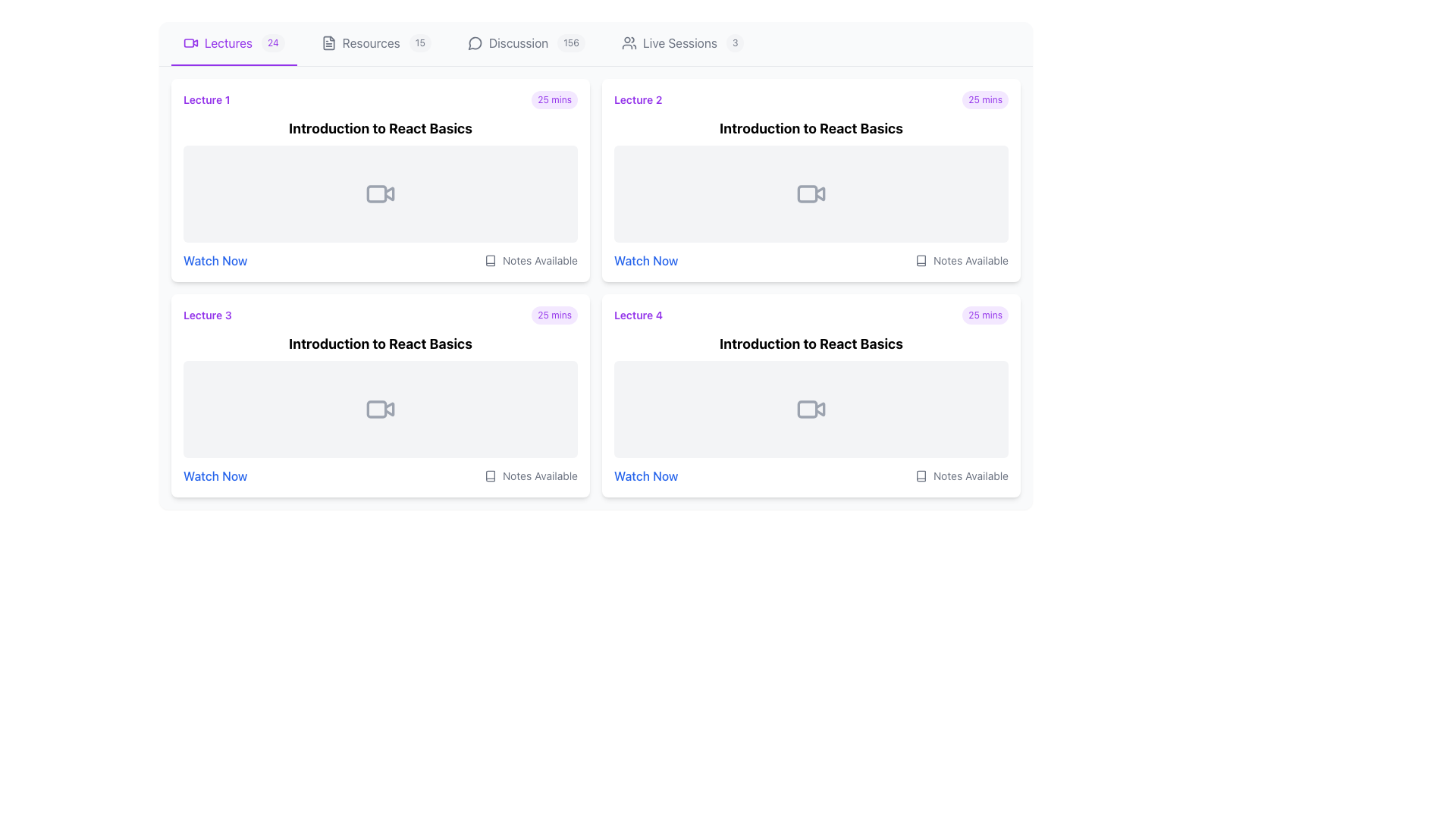 This screenshot has width=1456, height=819. I want to click on the 'Notes Available' text label, which is styled in gray and located in the bottom row of the card, next to the 'Watch Now' label, so click(971, 259).